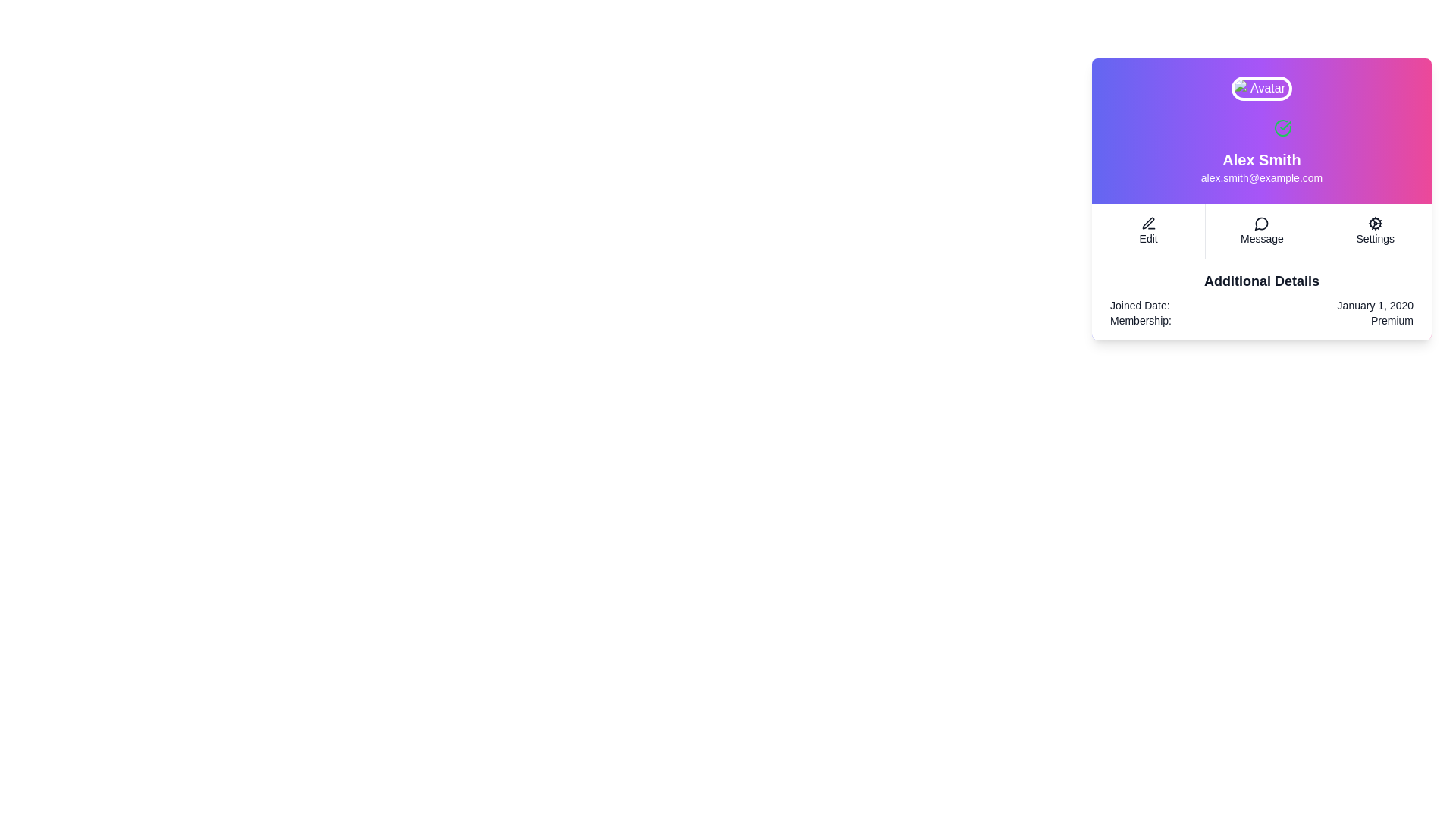 Image resolution: width=1456 pixels, height=819 pixels. What do you see at coordinates (1262, 231) in the screenshot?
I see `the 'Message' button, which features a speech bubble icon and centered text in a sans-serif font` at bounding box center [1262, 231].